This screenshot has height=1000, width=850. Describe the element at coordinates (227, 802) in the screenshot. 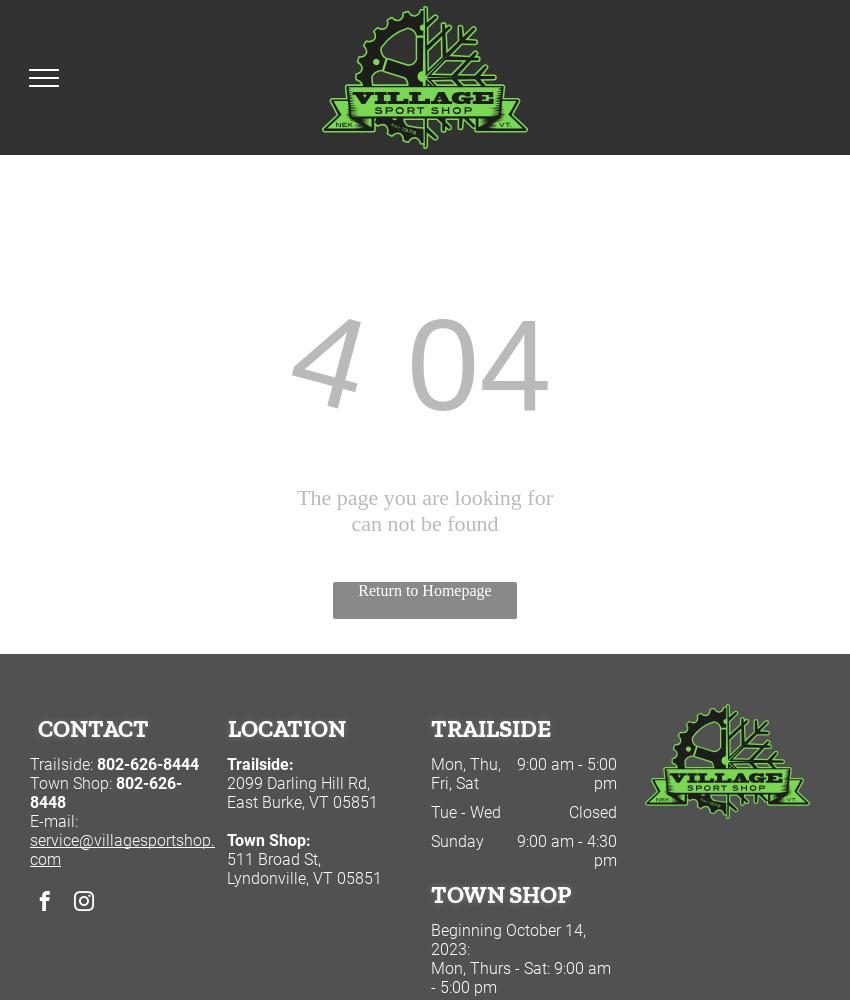

I see `'East Burke, VT 05851'` at that location.